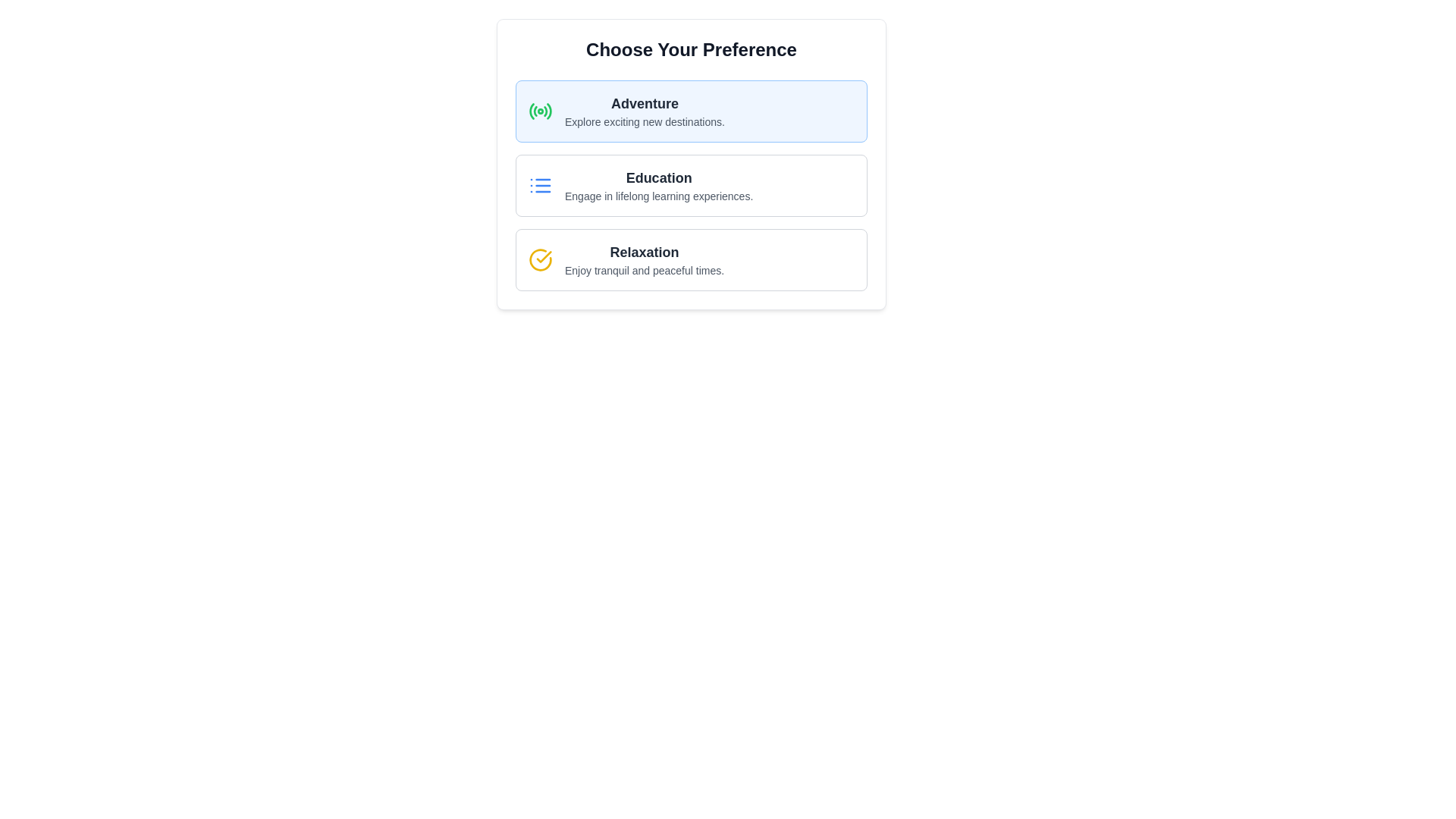 This screenshot has width=1456, height=819. What do you see at coordinates (545, 111) in the screenshot?
I see `the decorative icon component representing 'radio waves' located to the left of the 'Adventure' text` at bounding box center [545, 111].